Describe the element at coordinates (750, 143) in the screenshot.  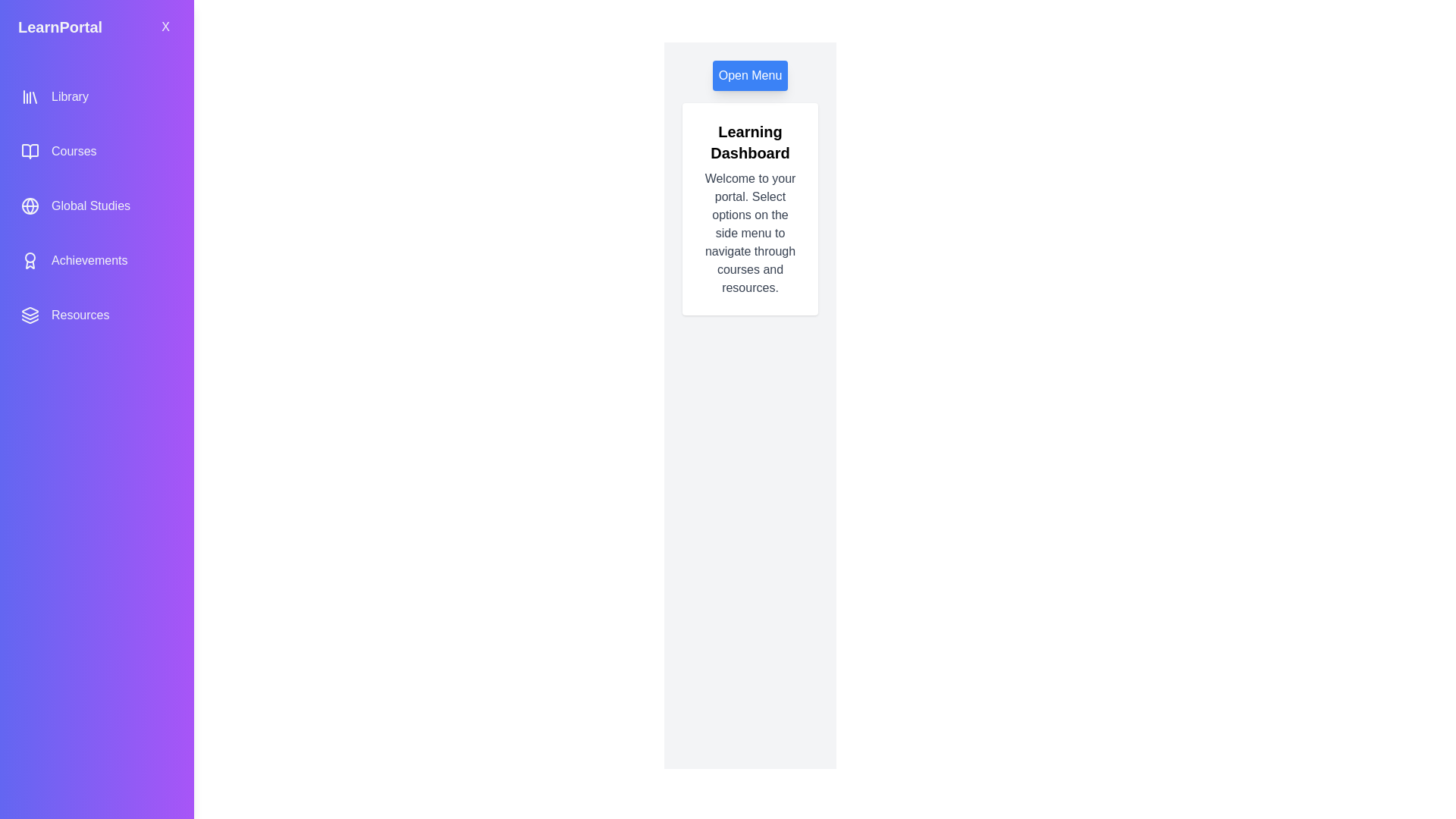
I see `the text 'Learning Dashboard' to select it` at that location.